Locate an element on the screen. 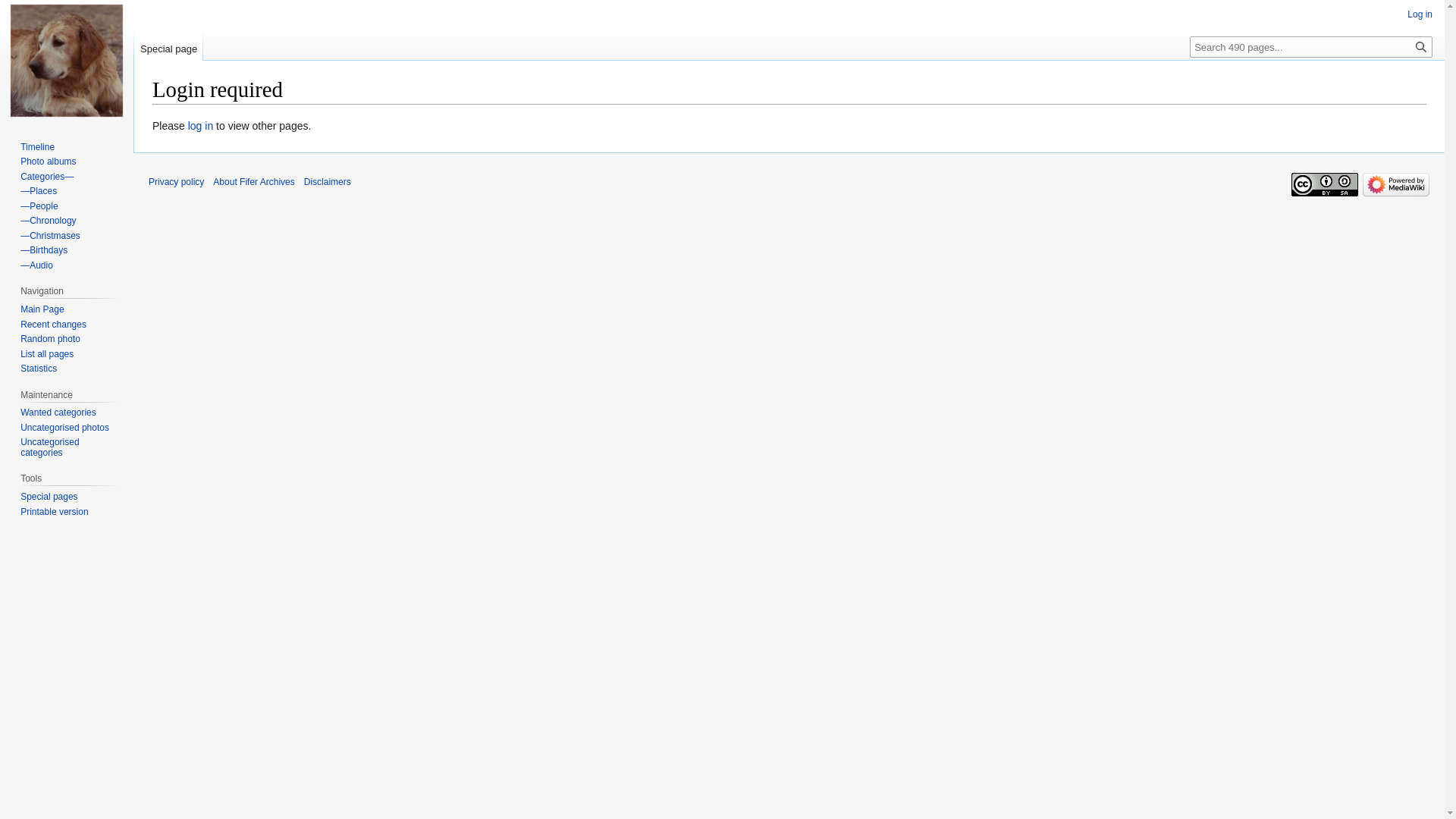  'Uncategorised photos' is located at coordinates (64, 427).